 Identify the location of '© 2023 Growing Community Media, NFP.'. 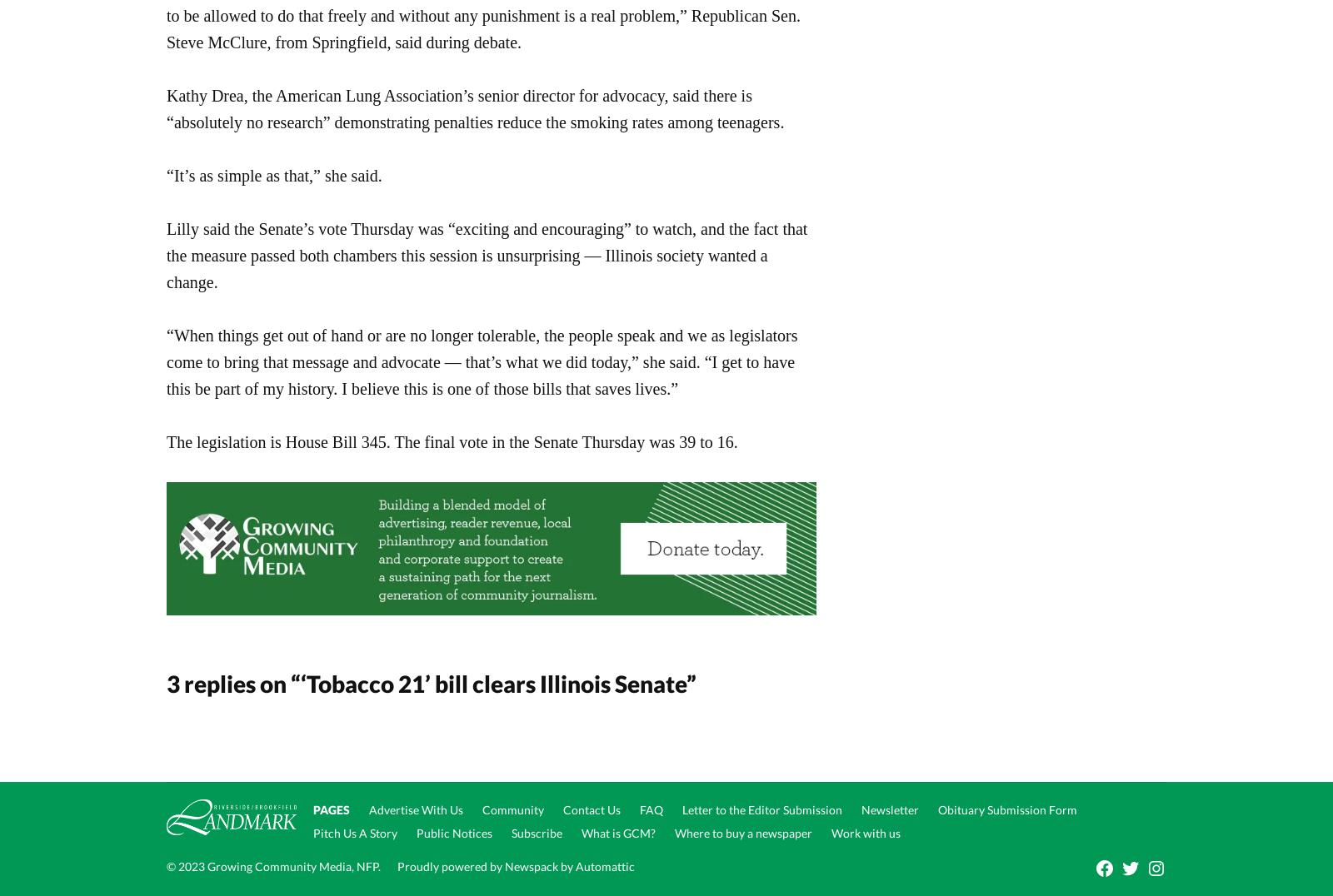
(273, 865).